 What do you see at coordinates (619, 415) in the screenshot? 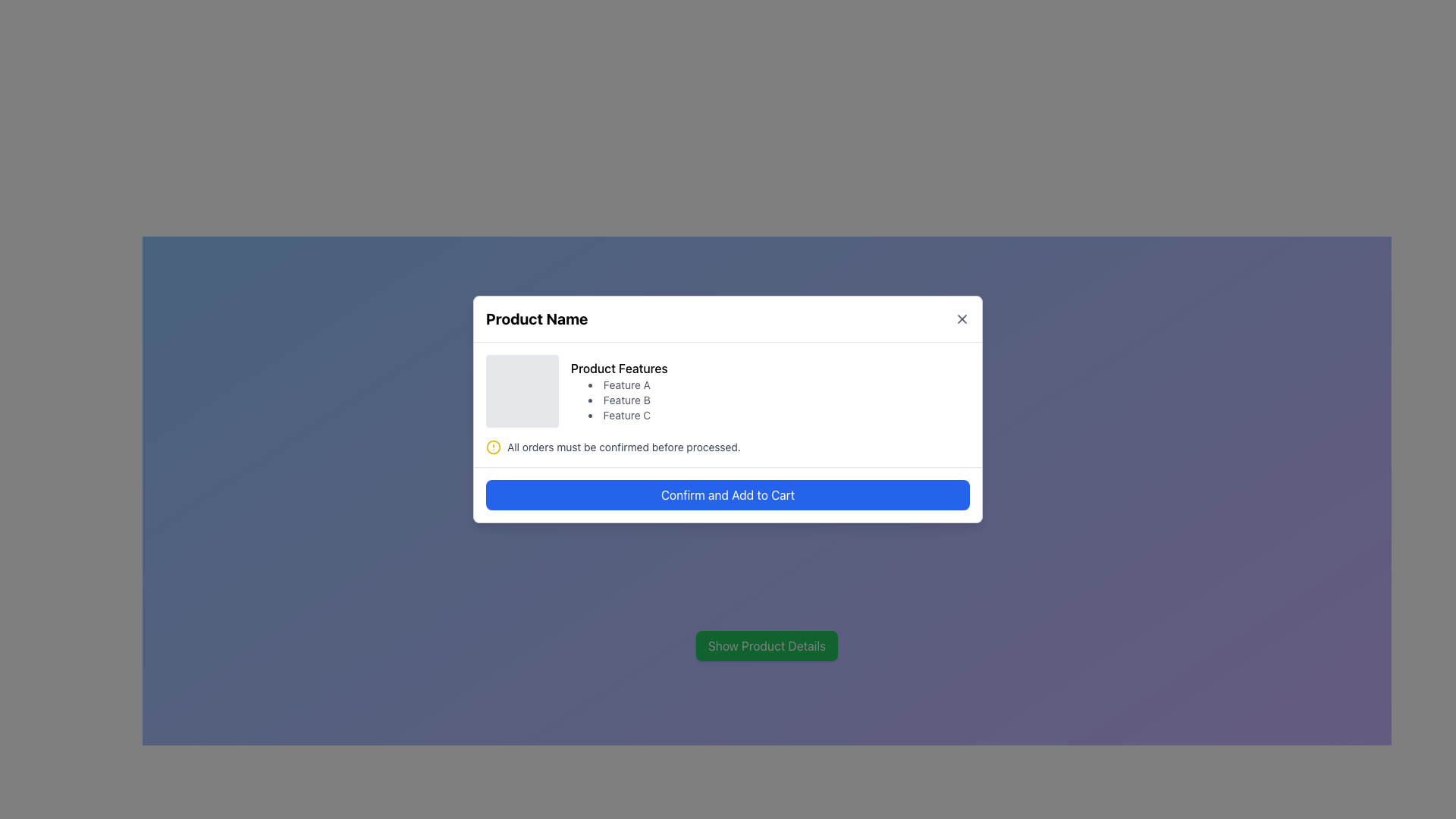
I see `the third item in the bulleted list indicating a specific feature of the product, located in the modal dialog box under 'Product Features'` at bounding box center [619, 415].